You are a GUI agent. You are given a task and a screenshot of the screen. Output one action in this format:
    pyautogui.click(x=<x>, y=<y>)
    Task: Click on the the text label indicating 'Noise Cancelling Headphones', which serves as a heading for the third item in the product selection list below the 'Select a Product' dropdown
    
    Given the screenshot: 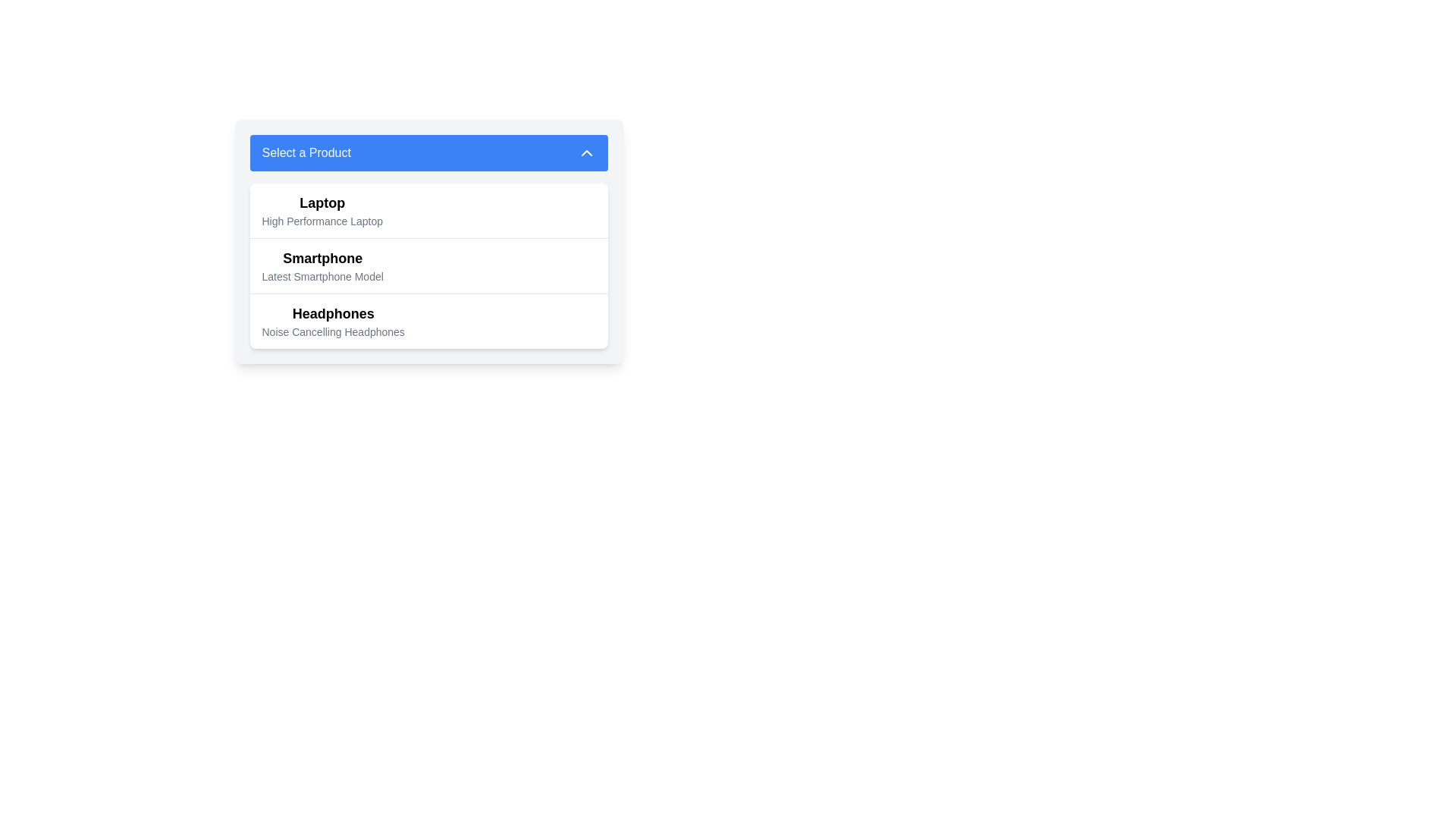 What is the action you would take?
    pyautogui.click(x=332, y=312)
    